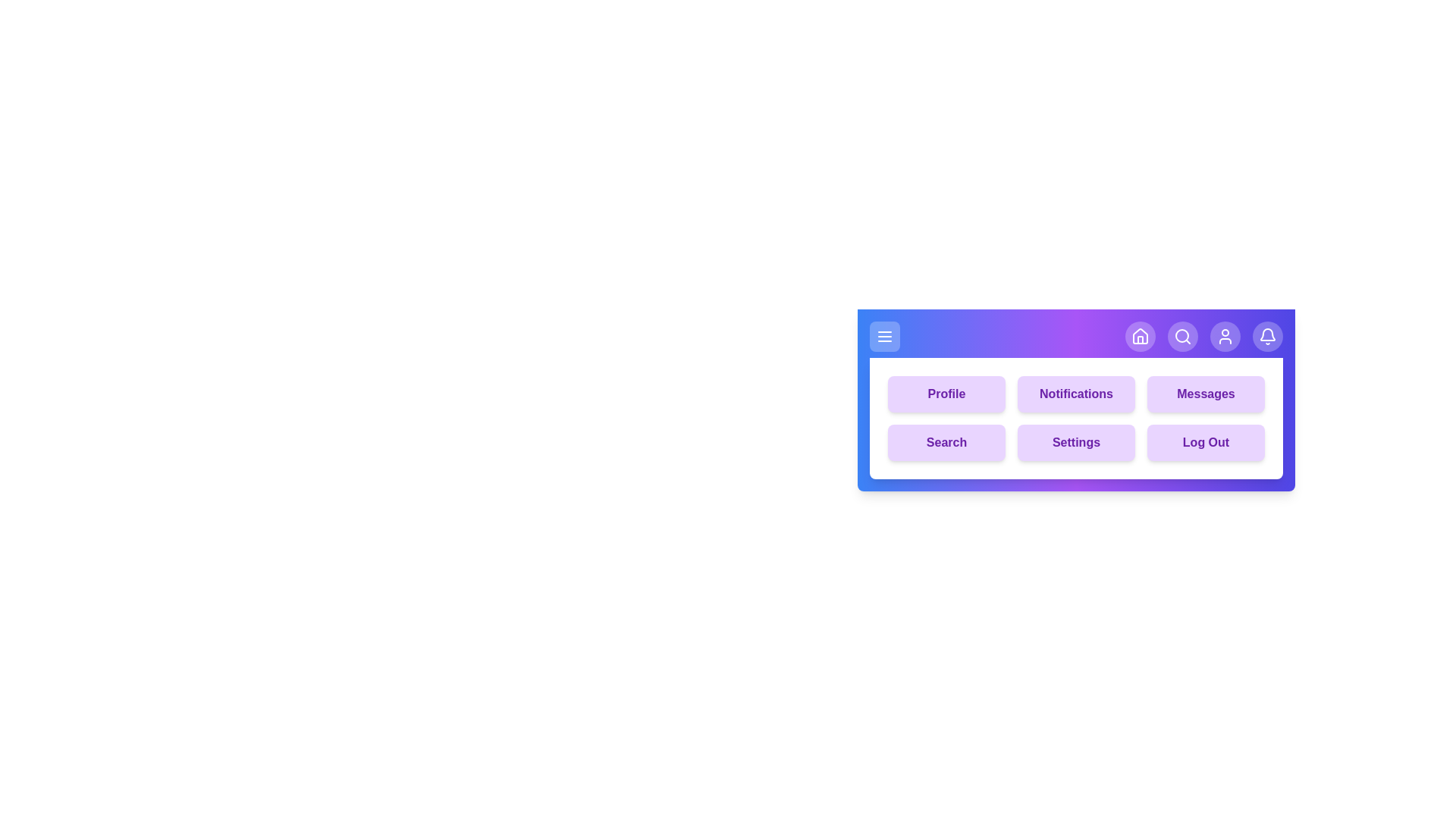 Image resolution: width=1456 pixels, height=819 pixels. Describe the element at coordinates (1182, 335) in the screenshot. I see `the search icon in the navigation bar` at that location.